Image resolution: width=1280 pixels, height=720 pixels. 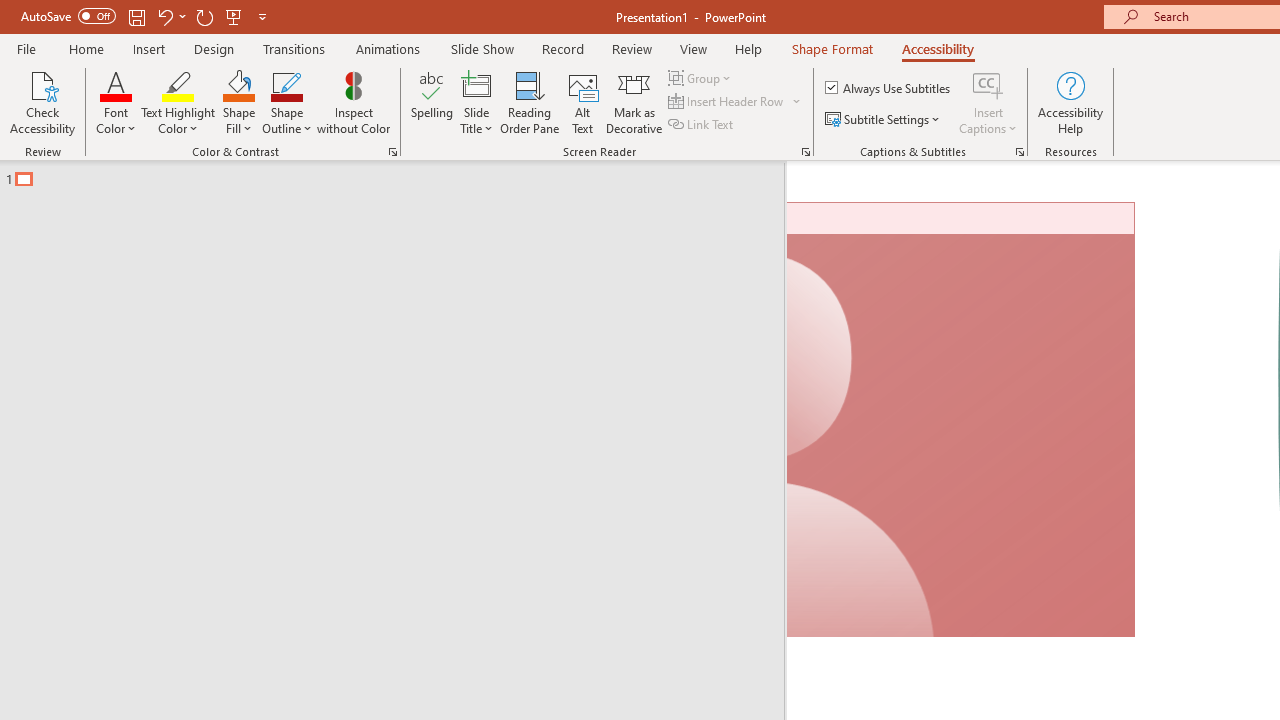 I want to click on 'Insert Captions', so click(x=988, y=103).